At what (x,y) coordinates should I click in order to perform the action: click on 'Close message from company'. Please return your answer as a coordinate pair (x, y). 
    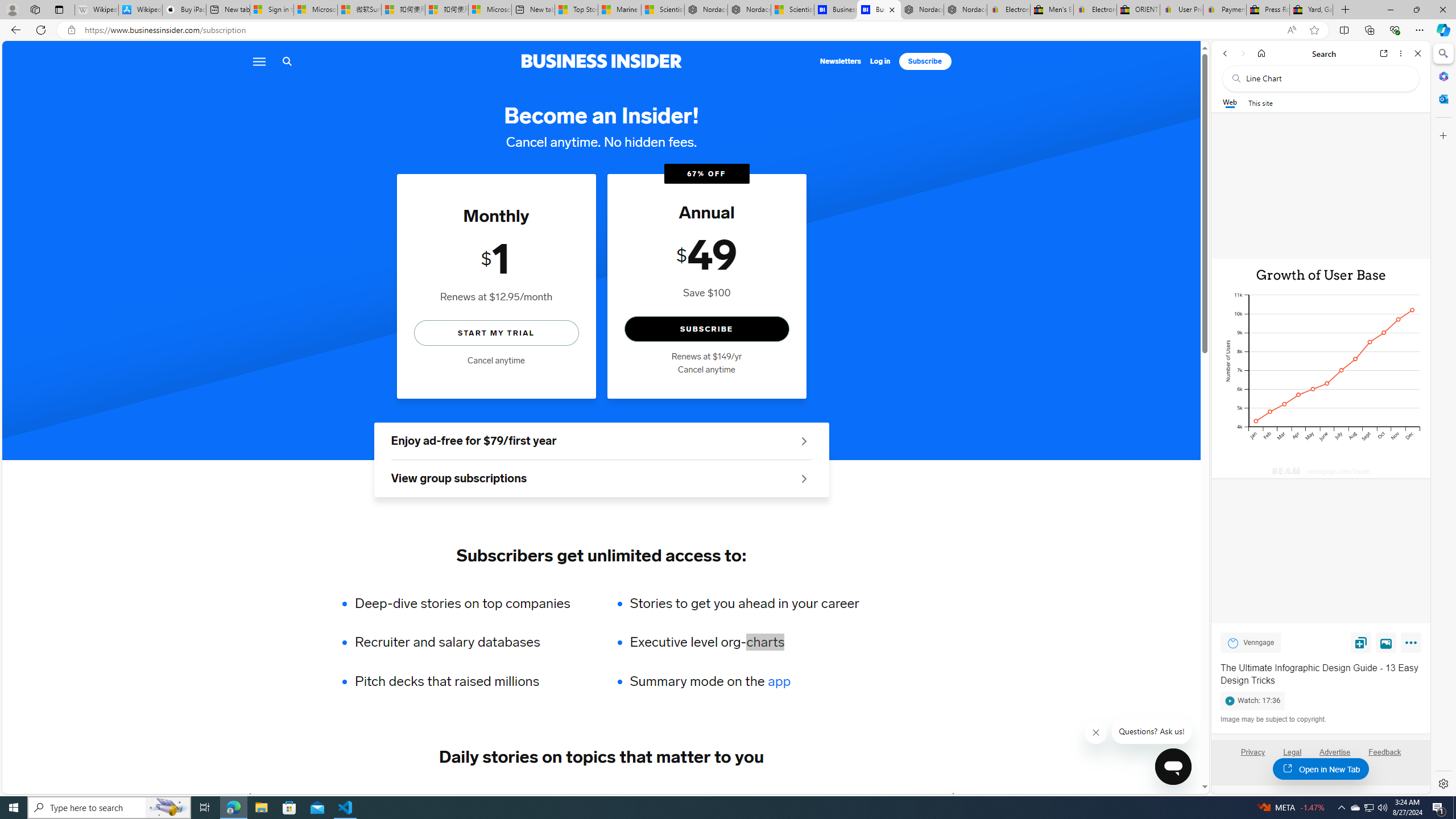
    Looking at the image, I should click on (1096, 732).